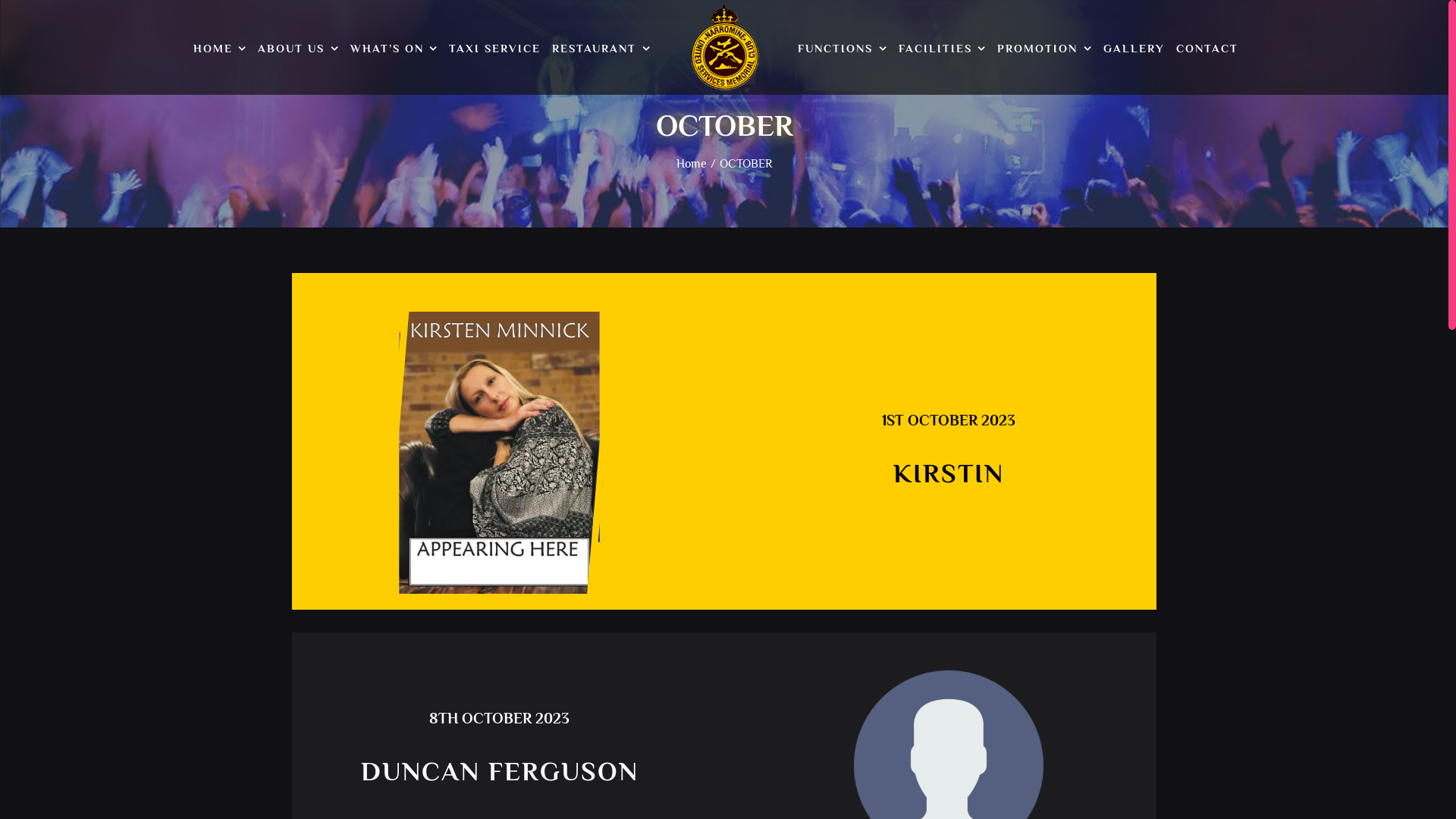  I want to click on 'CONTACT', so click(1207, 49).